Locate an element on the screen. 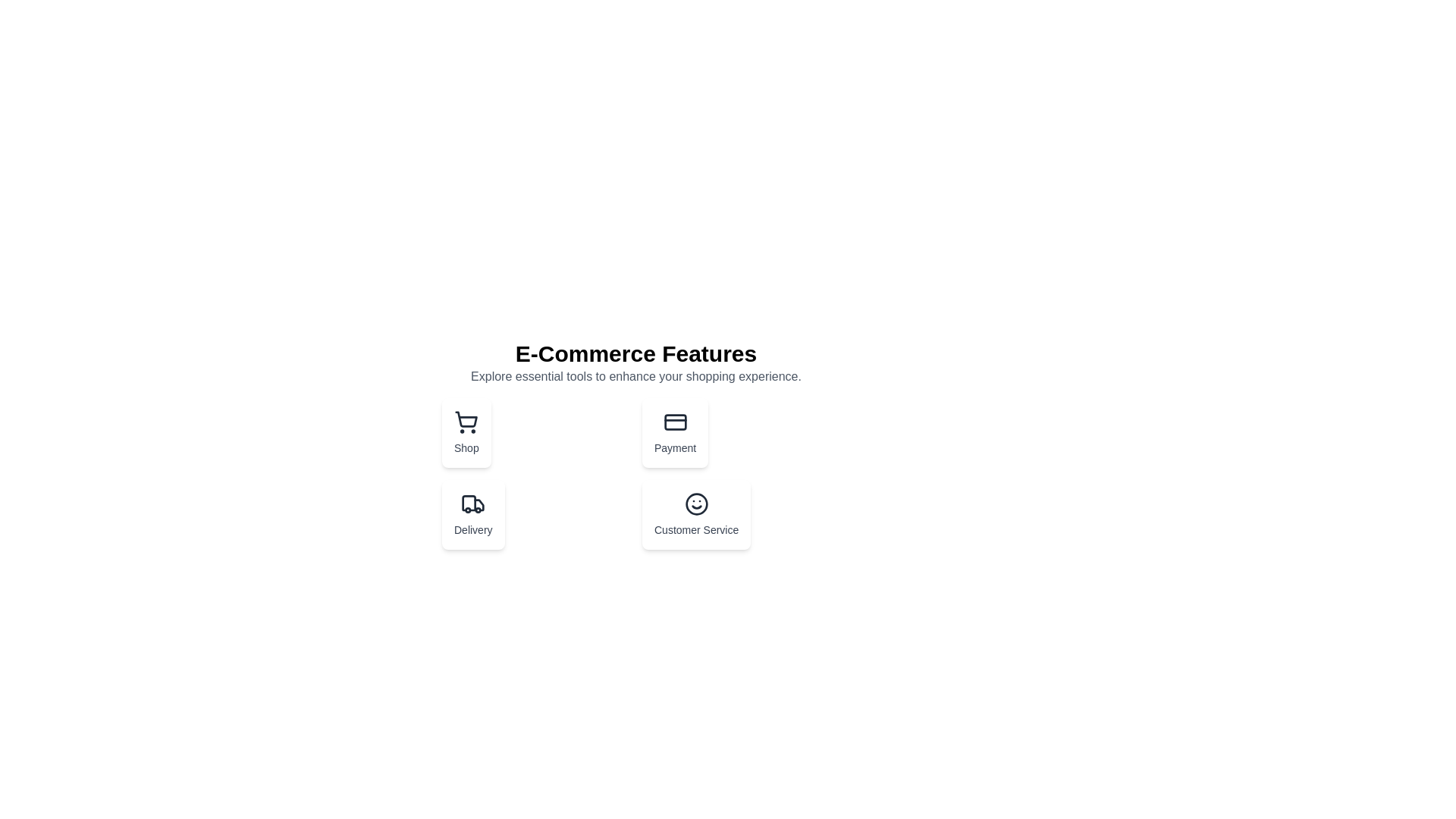 The image size is (1456, 819). the navigational button-like card for accessing shopping features, which is the first element in the 'E-Commerce Features' grid layout is located at coordinates (466, 432).